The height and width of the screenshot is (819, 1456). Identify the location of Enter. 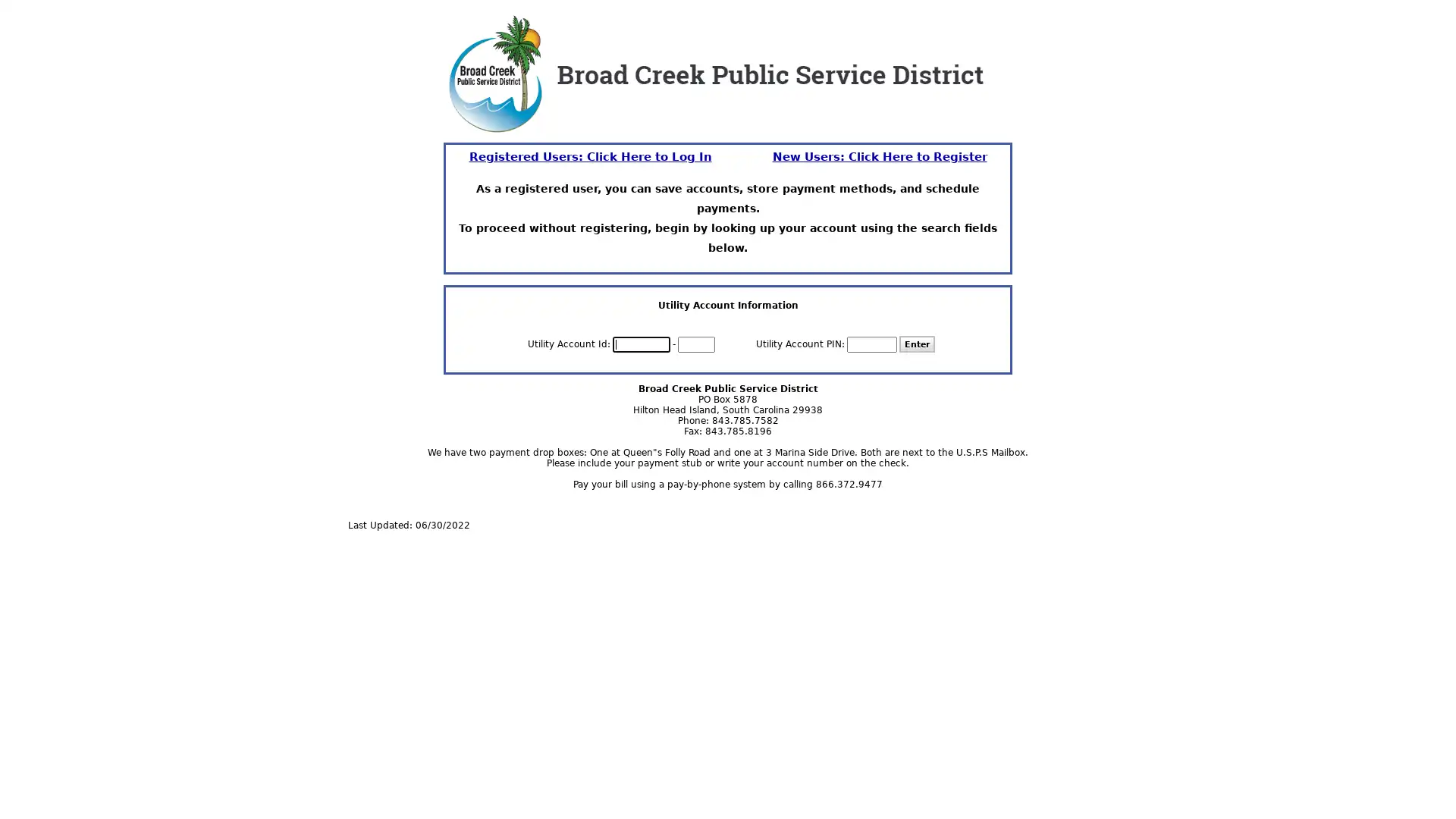
(916, 344).